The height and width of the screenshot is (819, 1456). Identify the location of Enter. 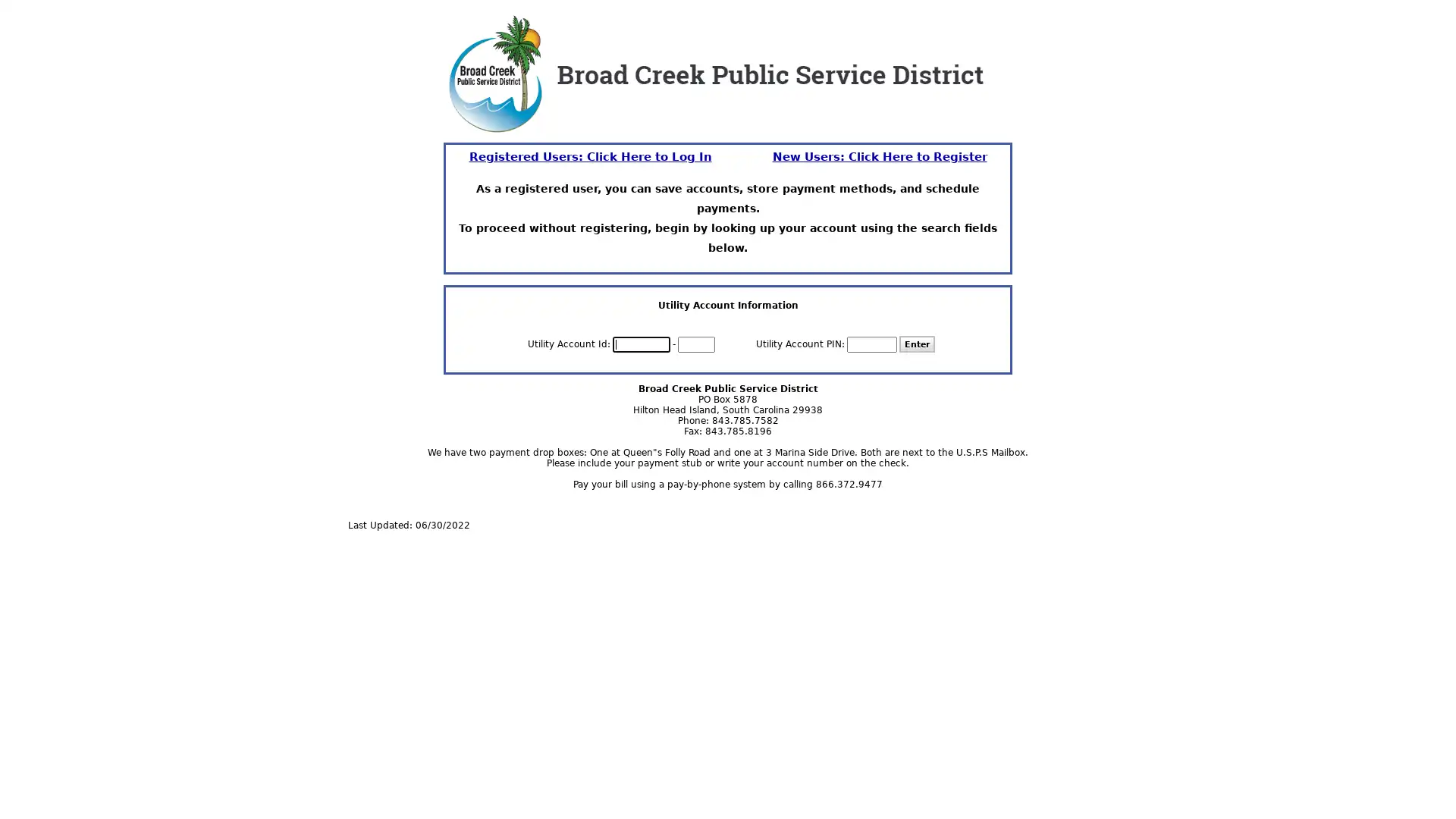
(916, 344).